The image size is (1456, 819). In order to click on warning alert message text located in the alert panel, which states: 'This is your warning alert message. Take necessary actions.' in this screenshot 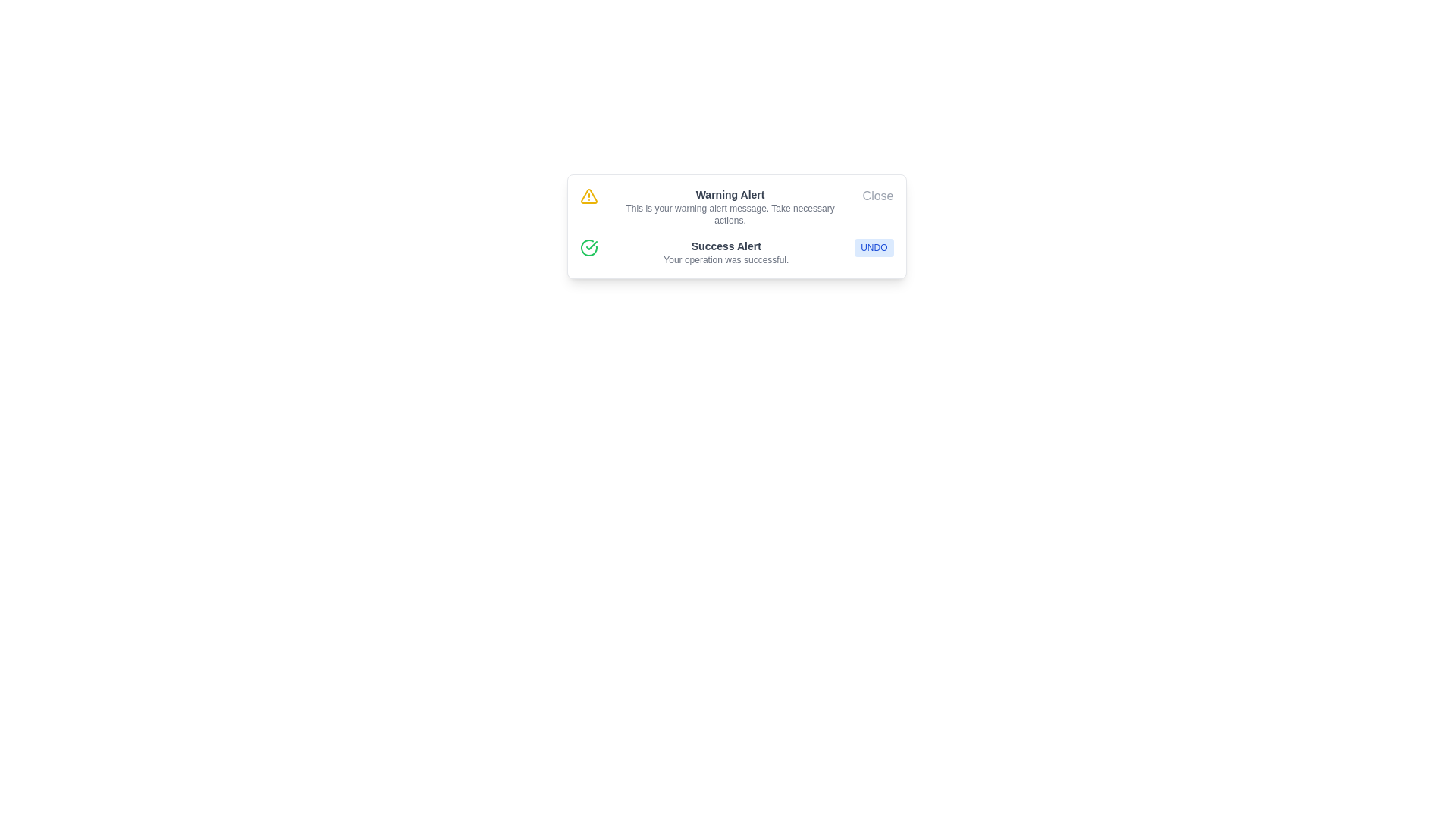, I will do `click(730, 214)`.